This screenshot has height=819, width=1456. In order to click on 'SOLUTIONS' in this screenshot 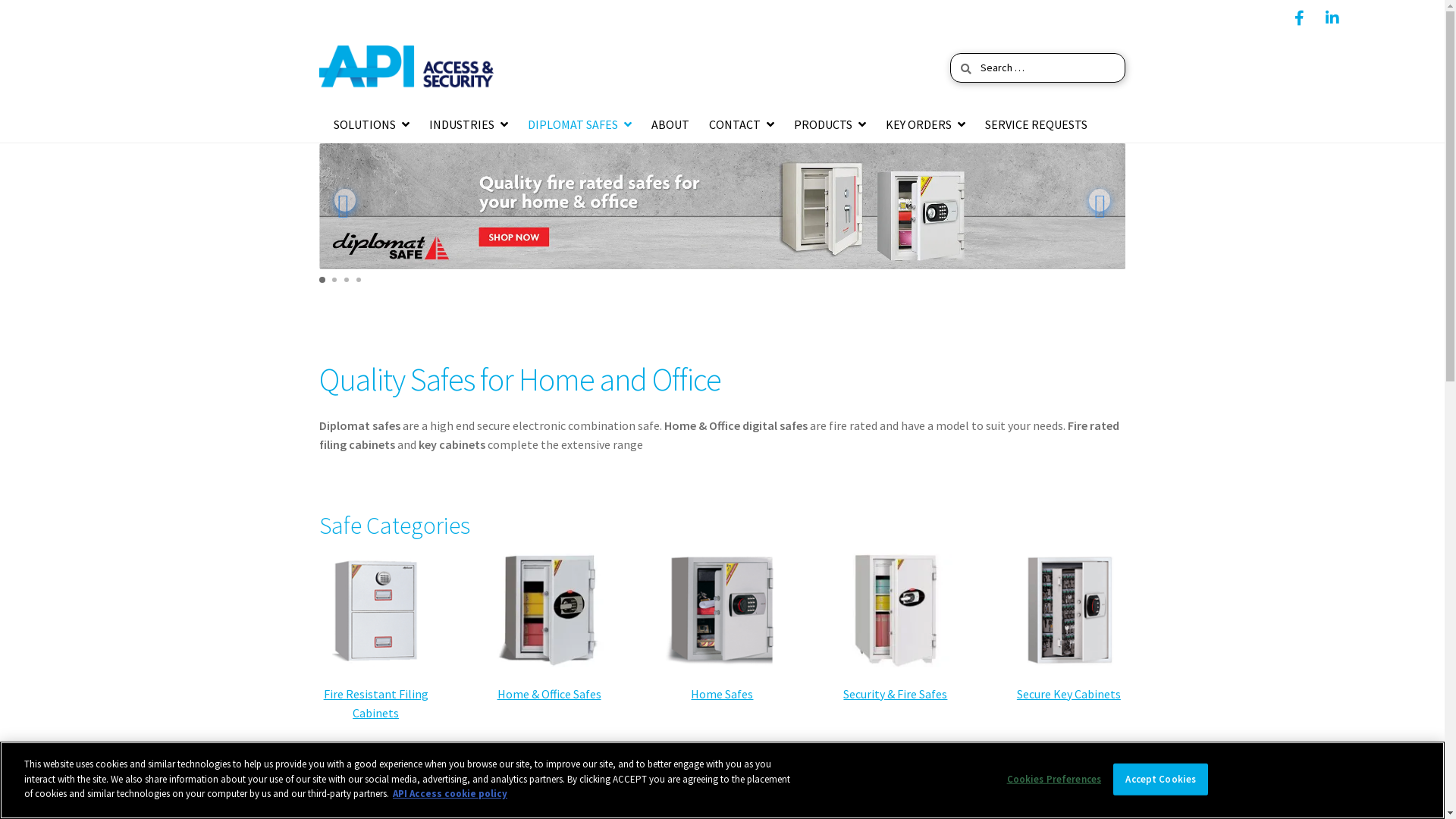, I will do `click(328, 124)`.